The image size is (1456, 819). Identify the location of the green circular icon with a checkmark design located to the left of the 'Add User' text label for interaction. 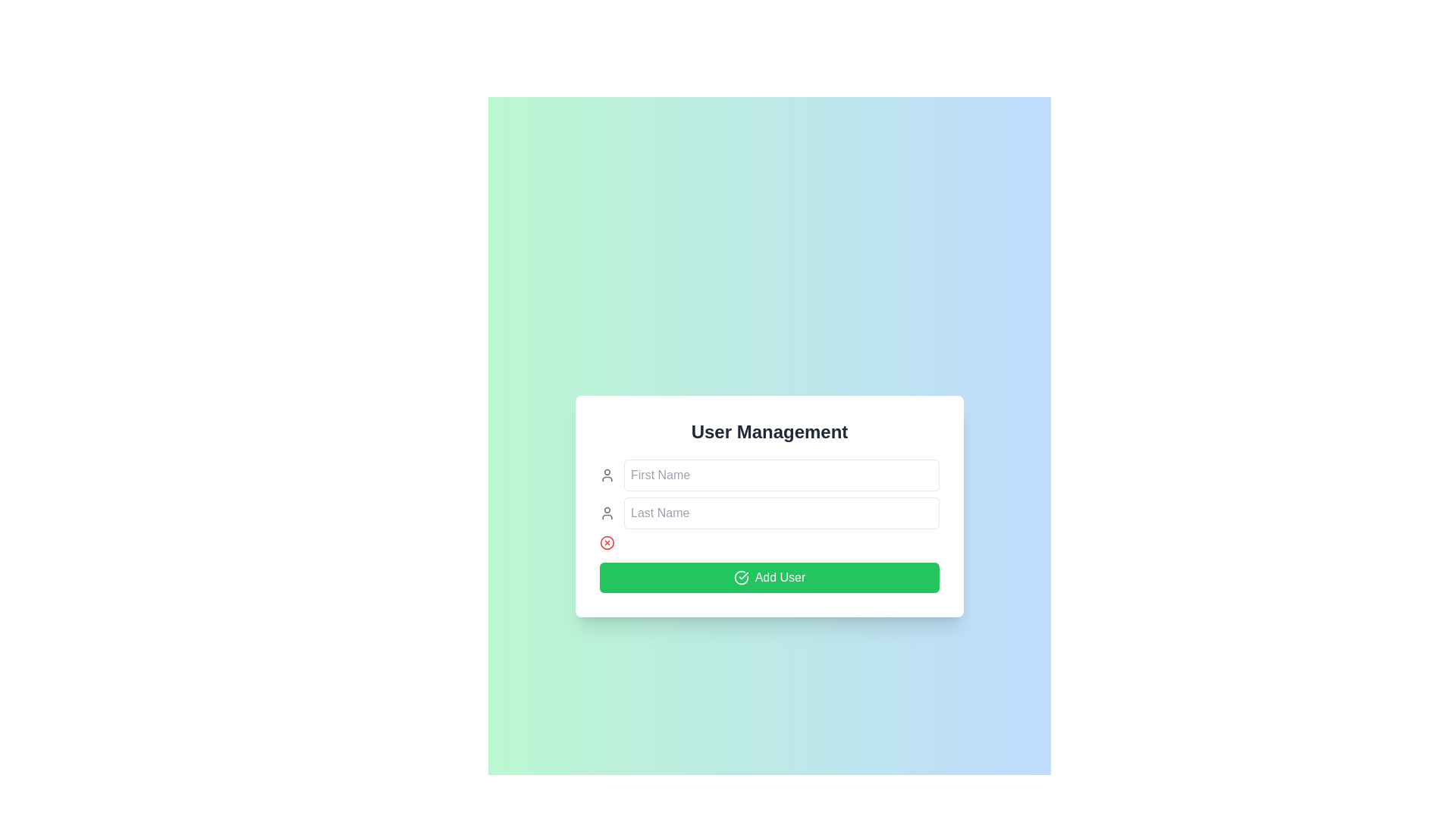
(741, 578).